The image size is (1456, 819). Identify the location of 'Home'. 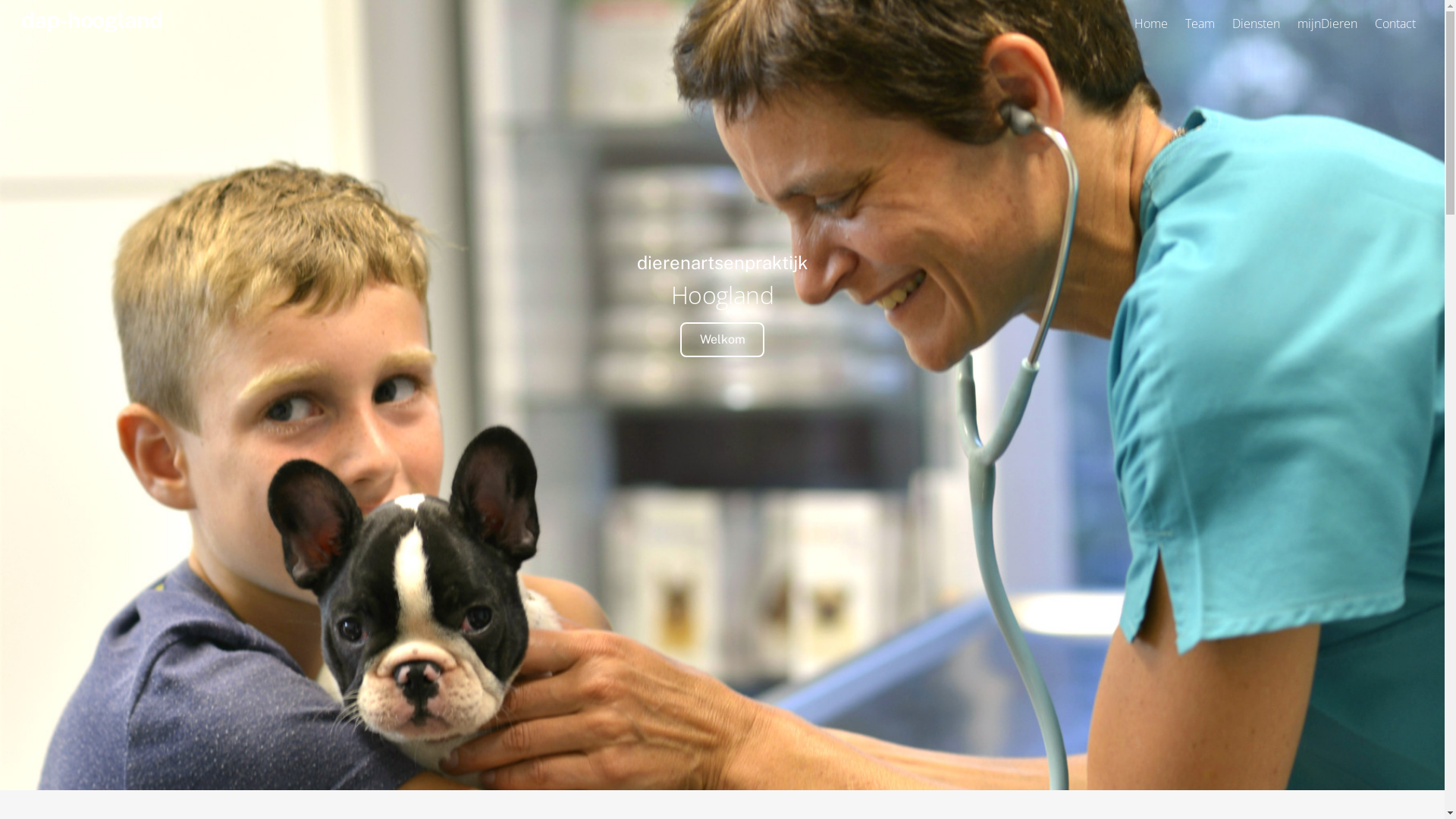
(1150, 23).